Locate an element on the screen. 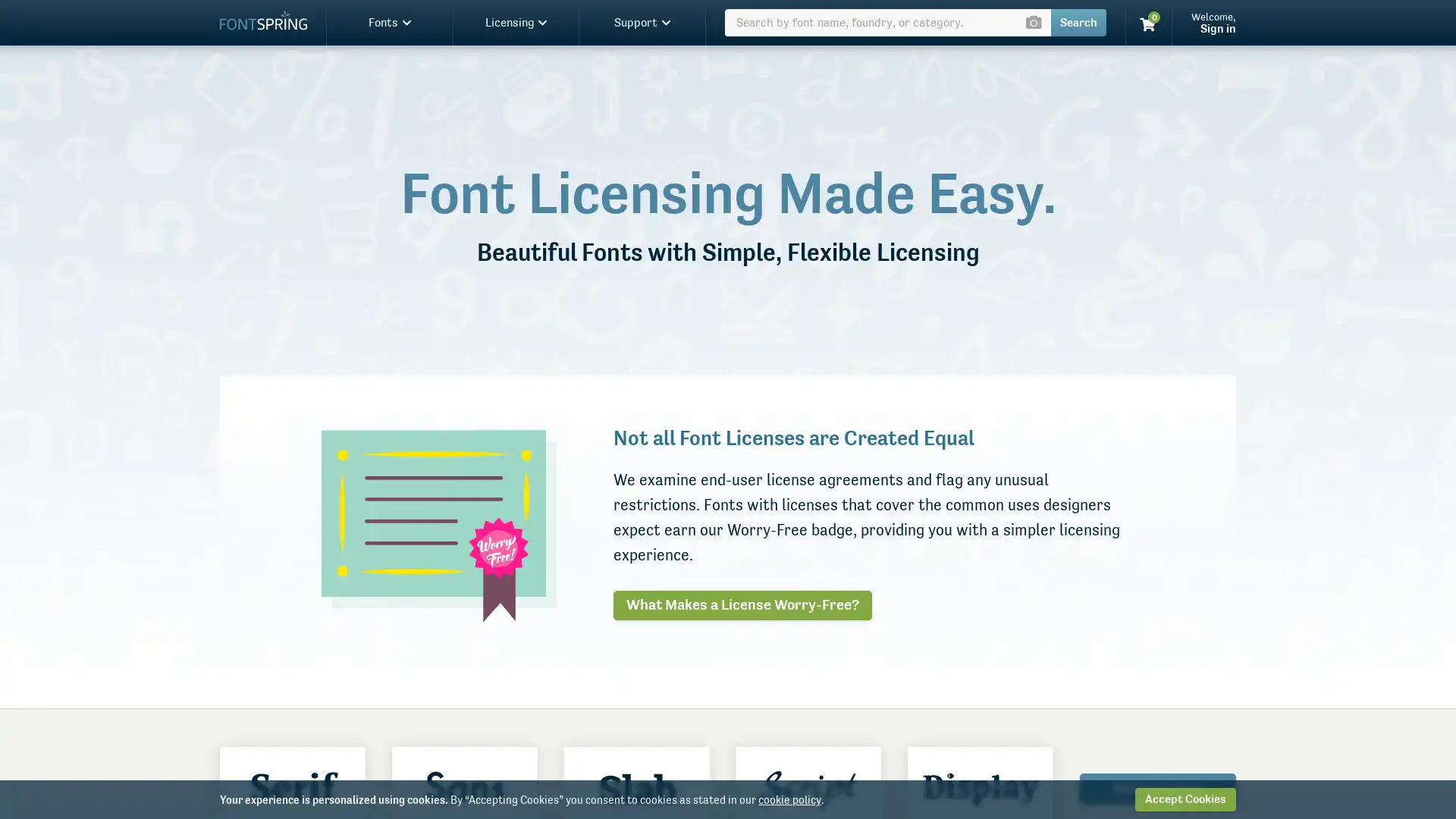 Image resolution: width=1456 pixels, height=819 pixels. Search is located at coordinates (1078, 23).